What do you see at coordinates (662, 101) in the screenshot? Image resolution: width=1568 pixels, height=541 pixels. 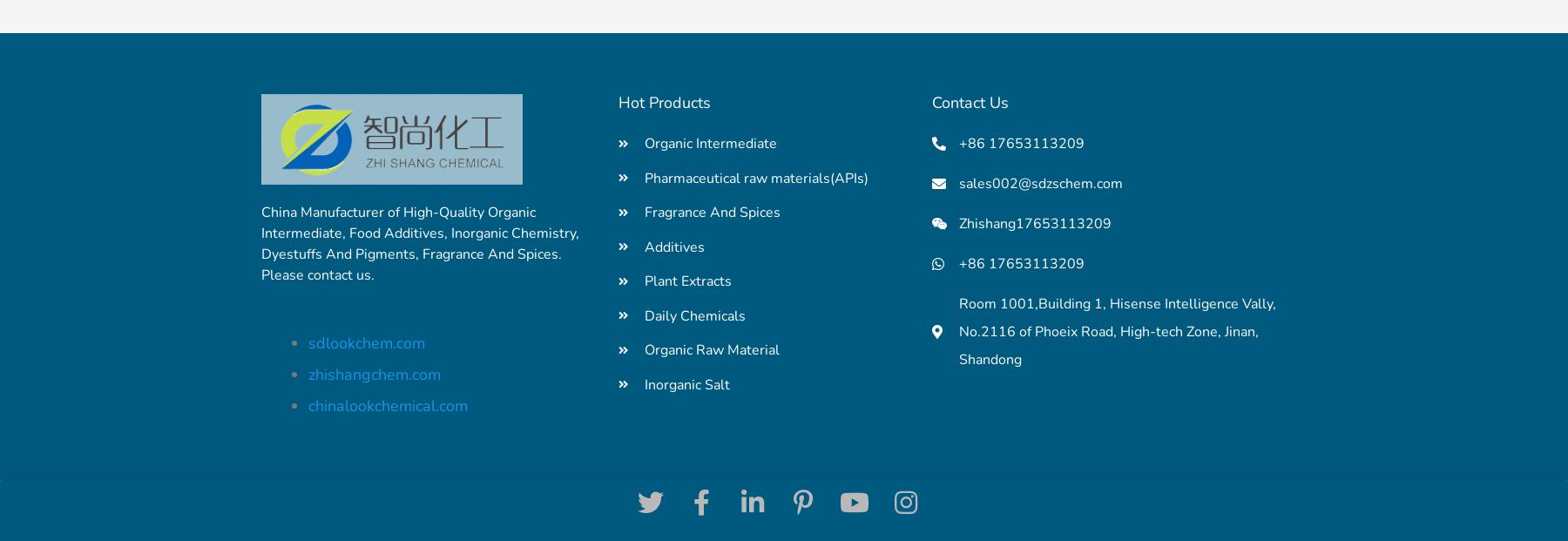 I see `'Hot Products'` at bounding box center [662, 101].